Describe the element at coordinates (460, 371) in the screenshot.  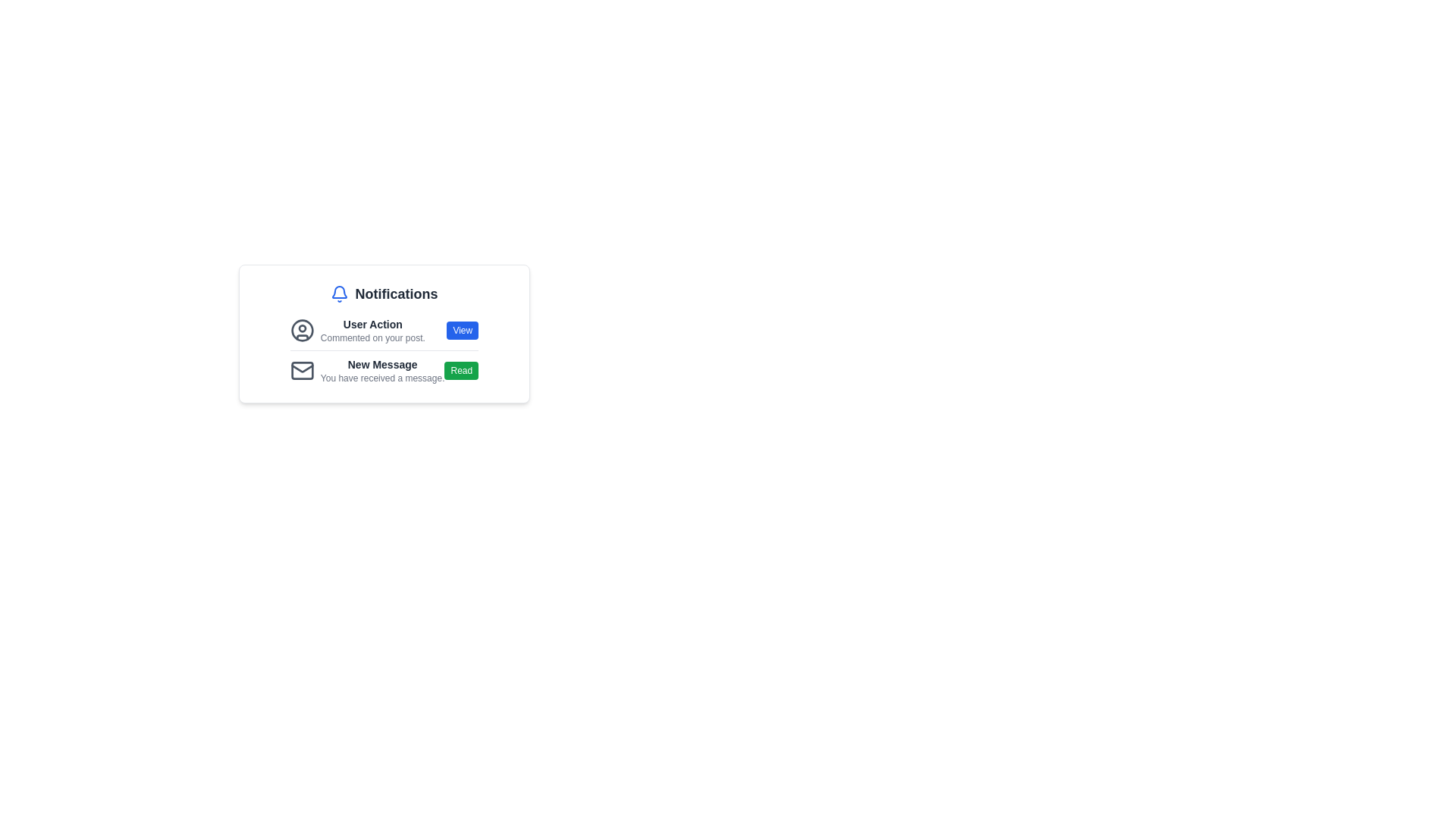
I see `the button` at that location.